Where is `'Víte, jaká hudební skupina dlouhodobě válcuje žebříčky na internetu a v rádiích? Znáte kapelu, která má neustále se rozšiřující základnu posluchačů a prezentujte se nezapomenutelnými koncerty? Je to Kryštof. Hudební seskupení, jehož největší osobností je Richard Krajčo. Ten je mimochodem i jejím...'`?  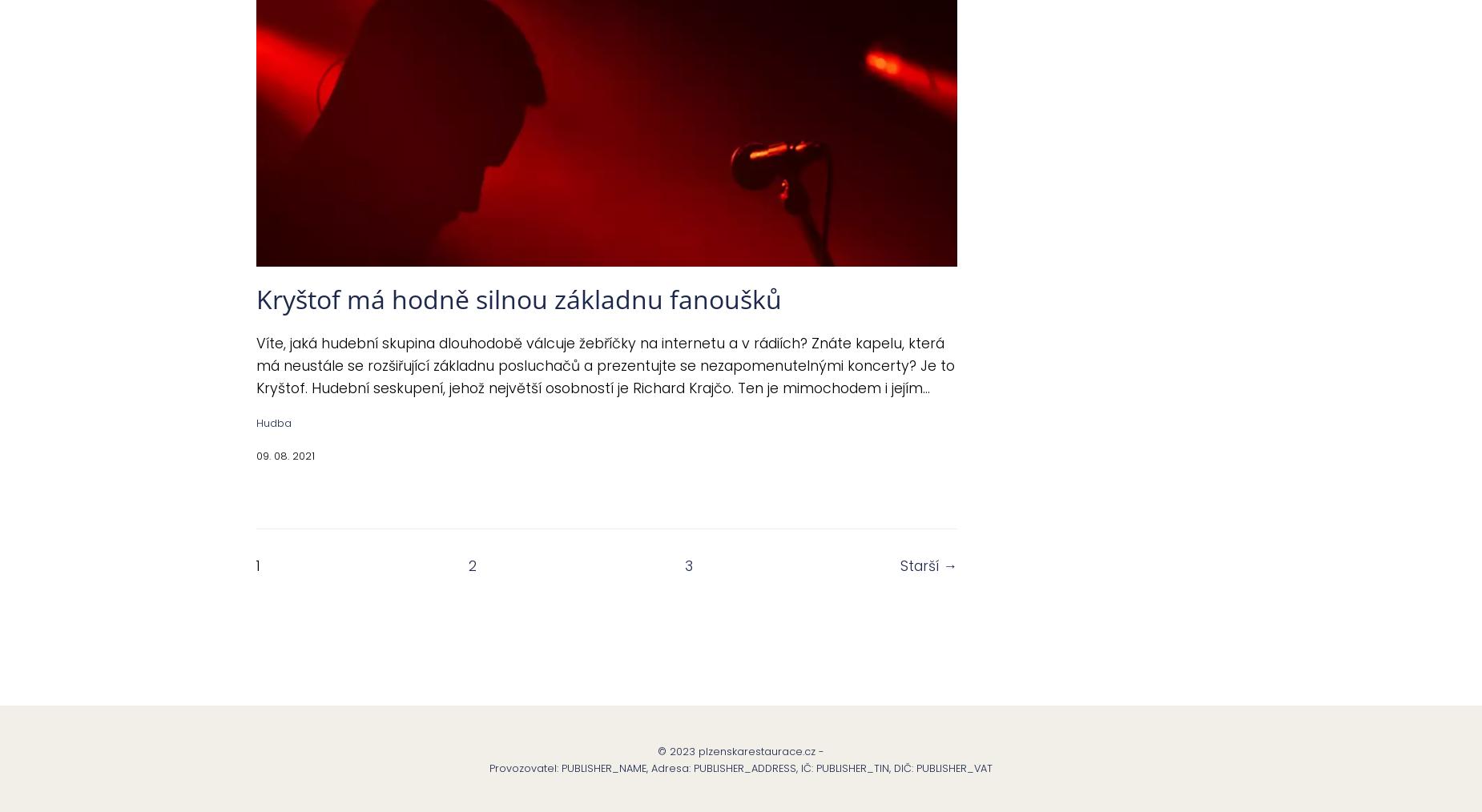
'Víte, jaká hudební skupina dlouhodobě válcuje žebříčky na internetu a v rádiích? Znáte kapelu, která má neustále se rozšiřující základnu posluchačů a prezentujte se nezapomenutelnými koncerty? Je to Kryštof. Hudební seskupení, jehož největší osobností je Richard Krajčo. Ten je mimochodem i jejím...' is located at coordinates (605, 365).